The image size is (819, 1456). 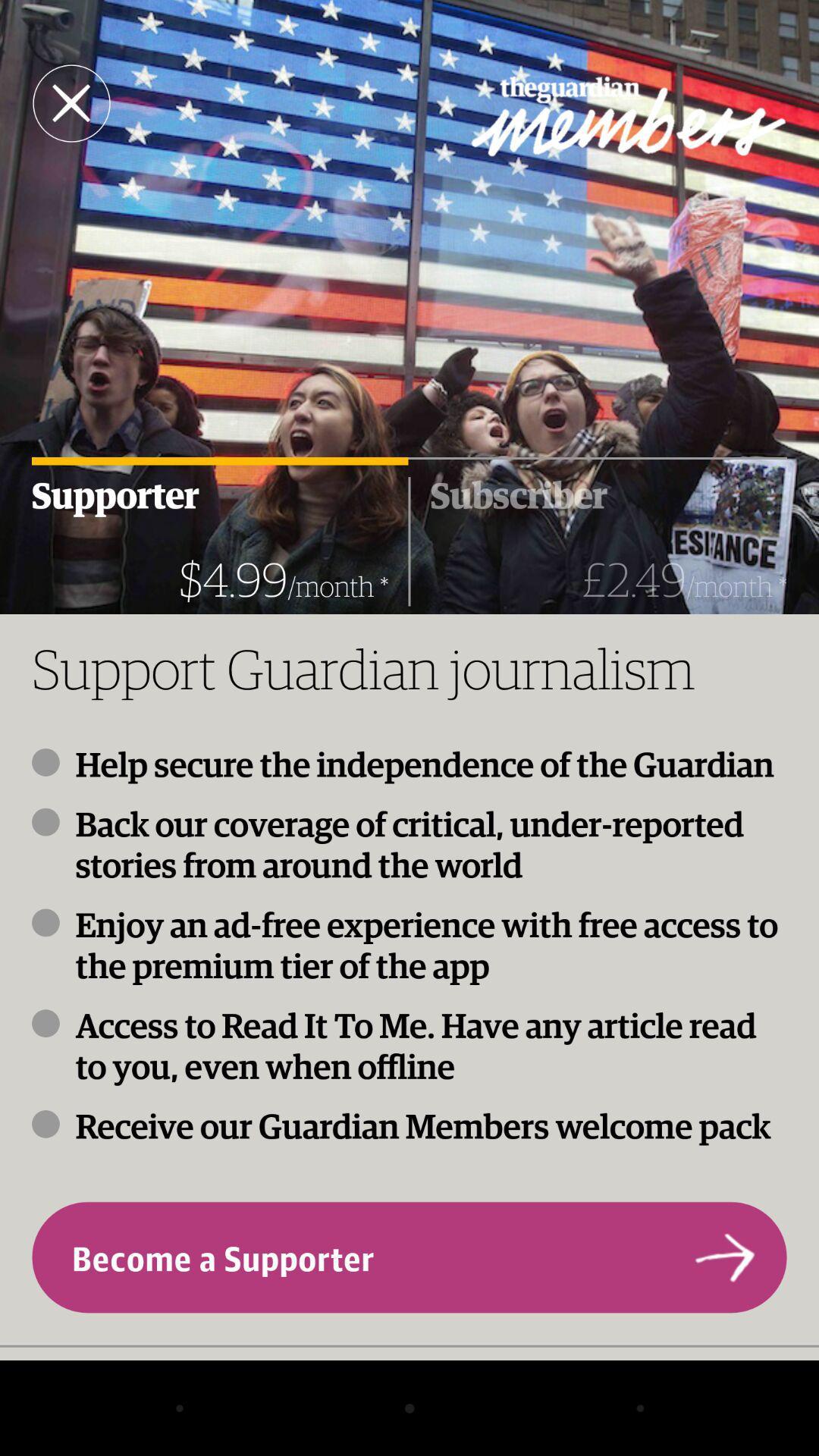 What do you see at coordinates (71, 102) in the screenshot?
I see `close` at bounding box center [71, 102].